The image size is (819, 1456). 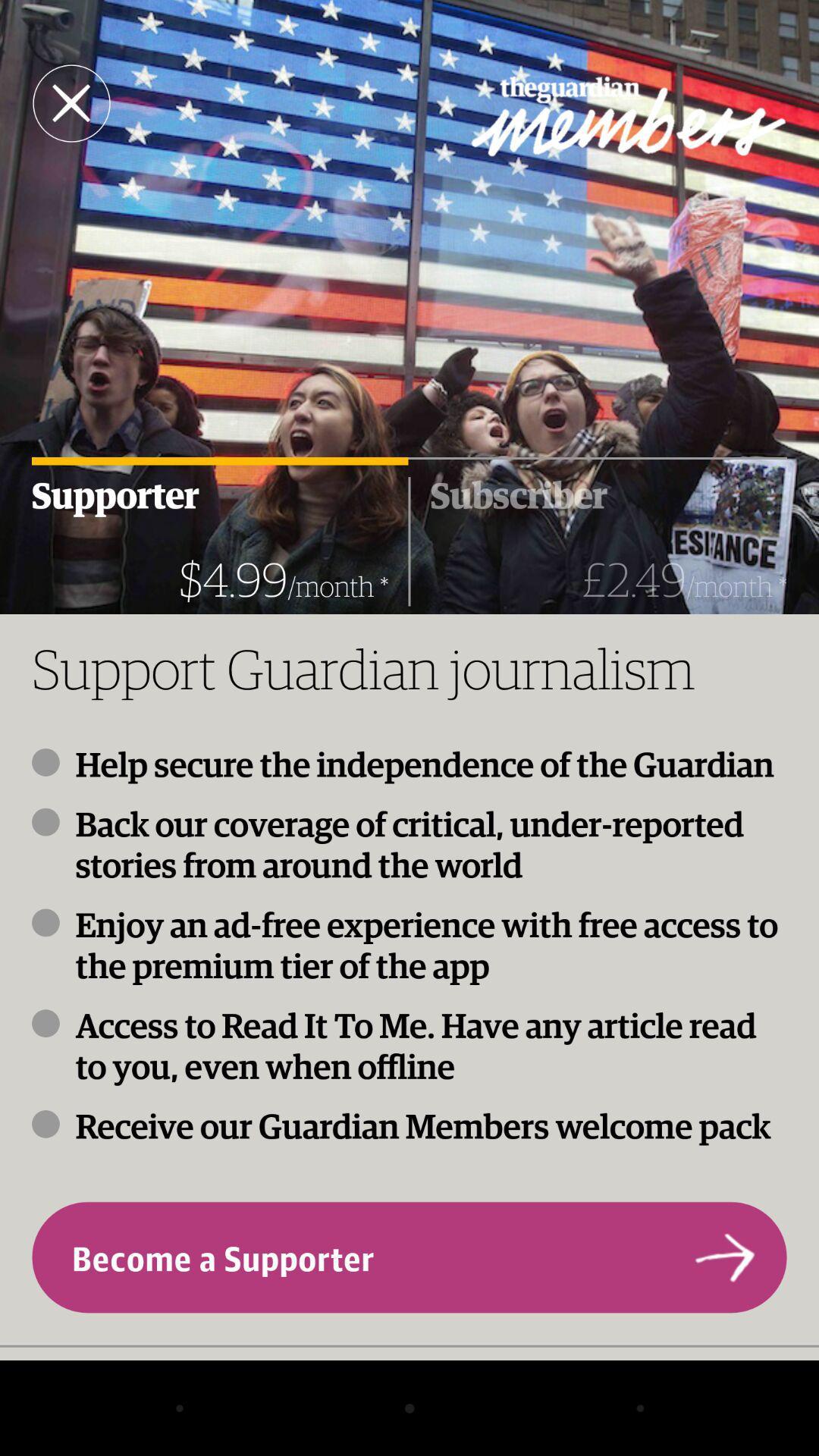 What do you see at coordinates (71, 102) in the screenshot?
I see `close` at bounding box center [71, 102].